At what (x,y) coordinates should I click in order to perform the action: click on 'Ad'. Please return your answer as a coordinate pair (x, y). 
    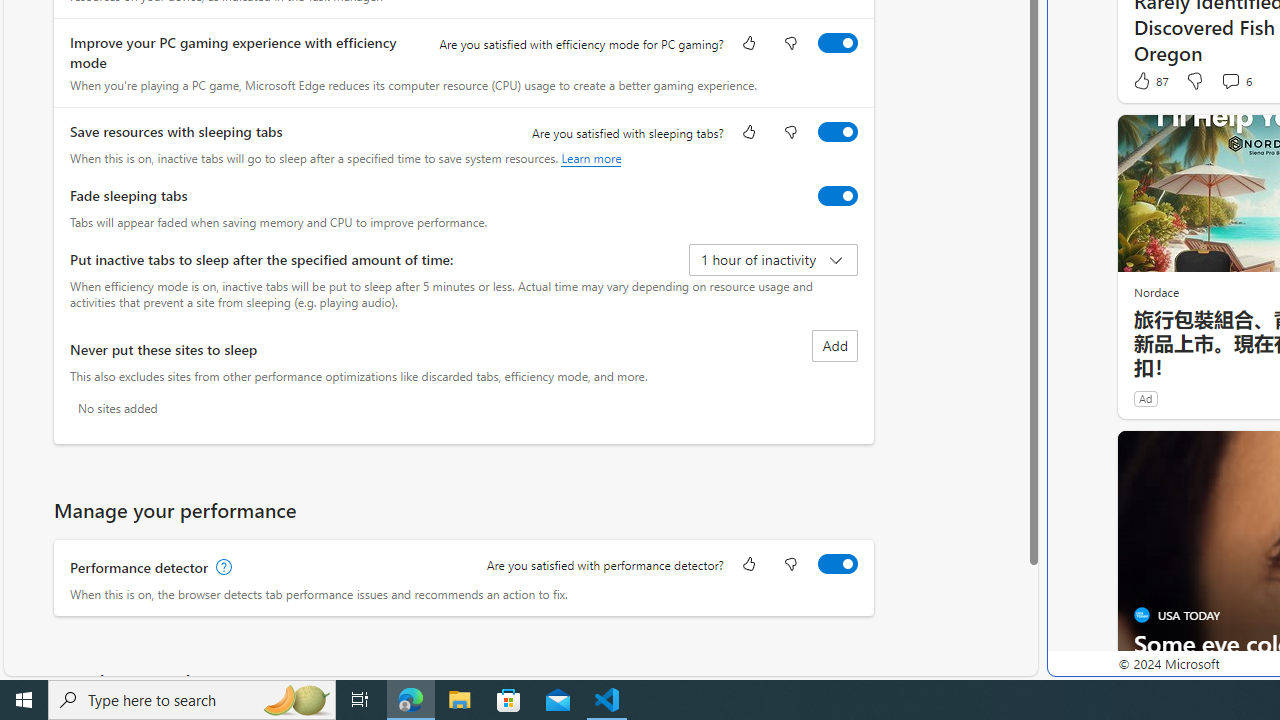
    Looking at the image, I should click on (1145, 398).